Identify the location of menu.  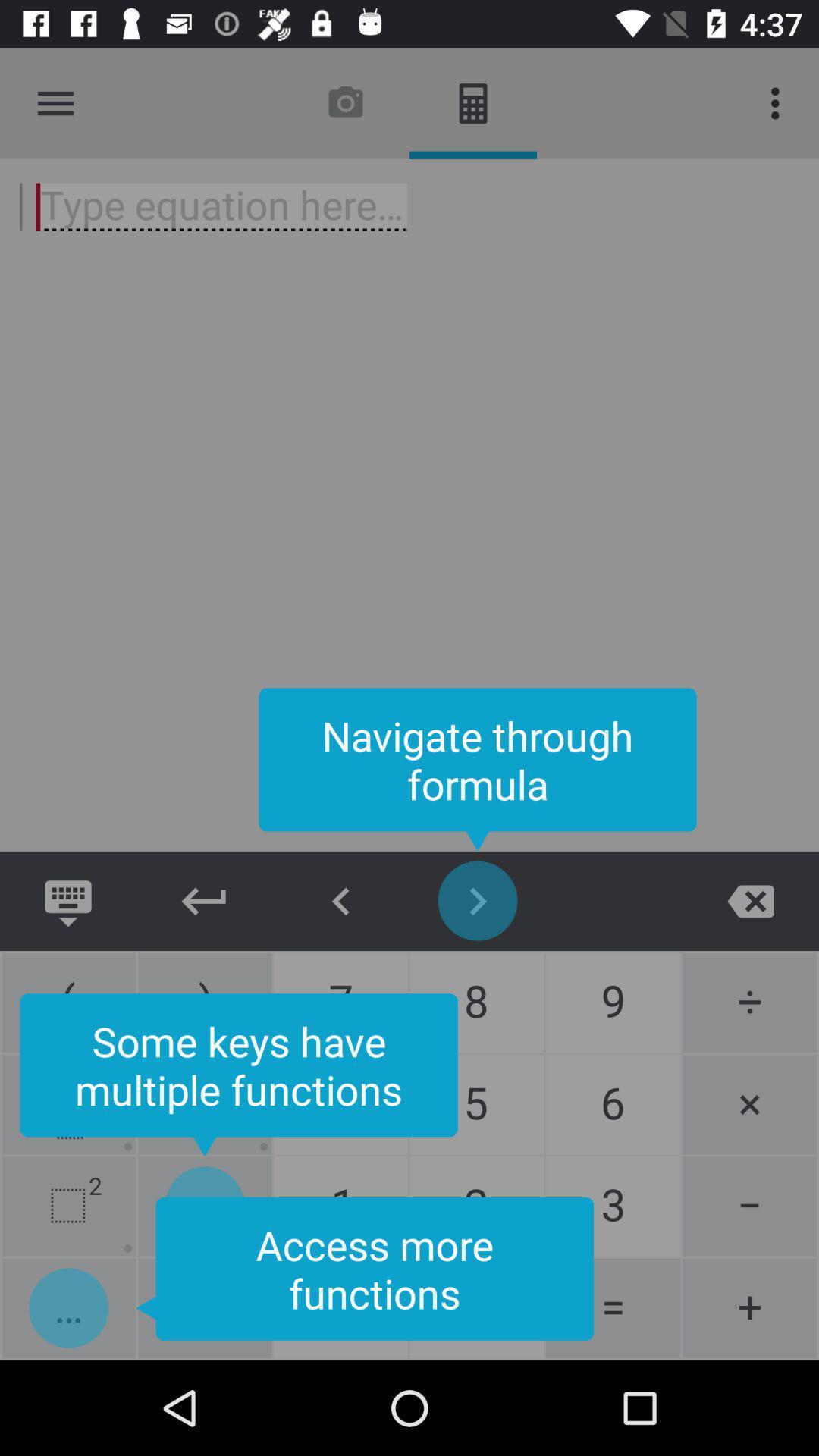
(55, 102).